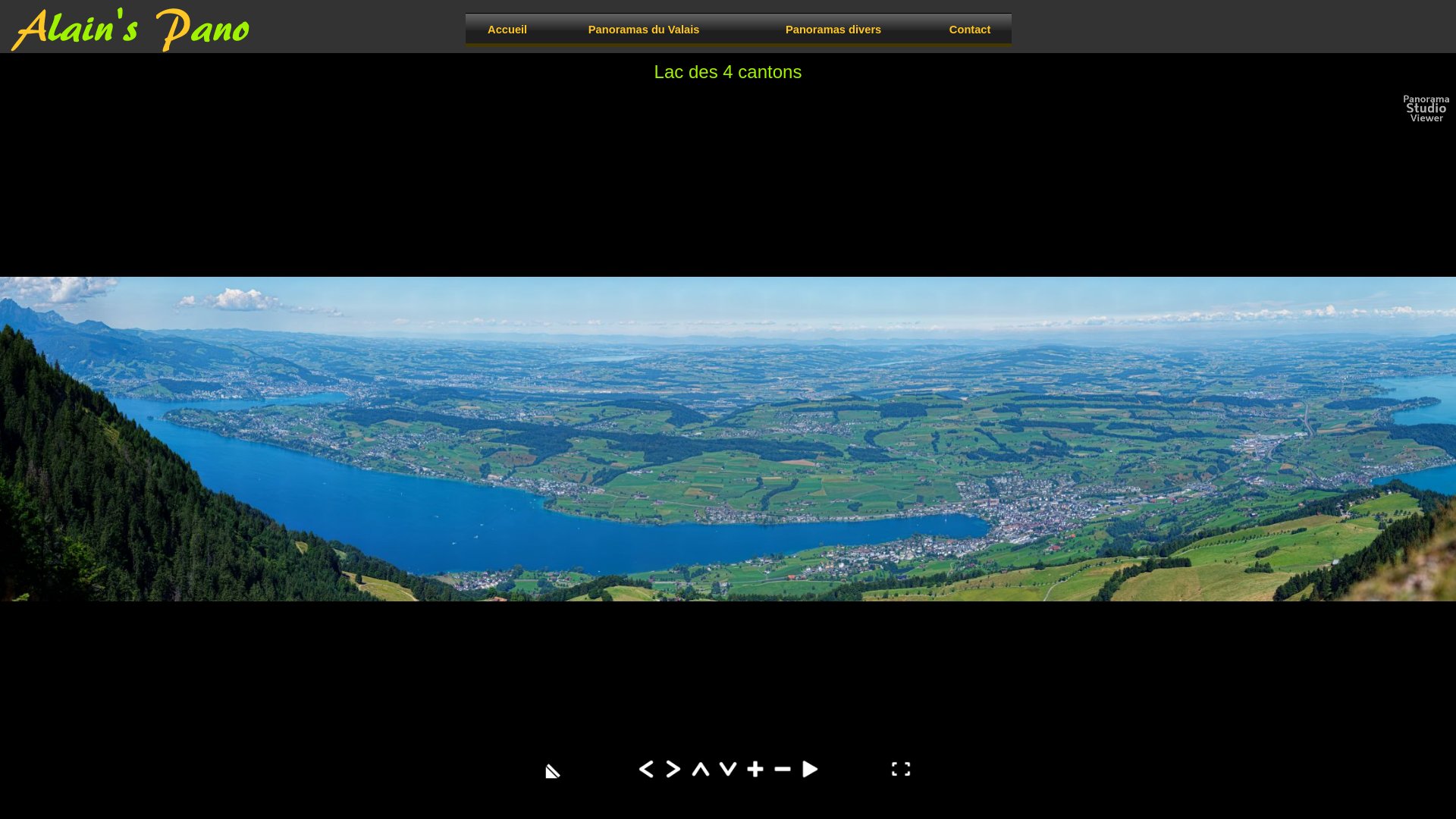 Image resolution: width=1456 pixels, height=819 pixels. What do you see at coordinates (644, 29) in the screenshot?
I see `'Panoramas du Valais'` at bounding box center [644, 29].